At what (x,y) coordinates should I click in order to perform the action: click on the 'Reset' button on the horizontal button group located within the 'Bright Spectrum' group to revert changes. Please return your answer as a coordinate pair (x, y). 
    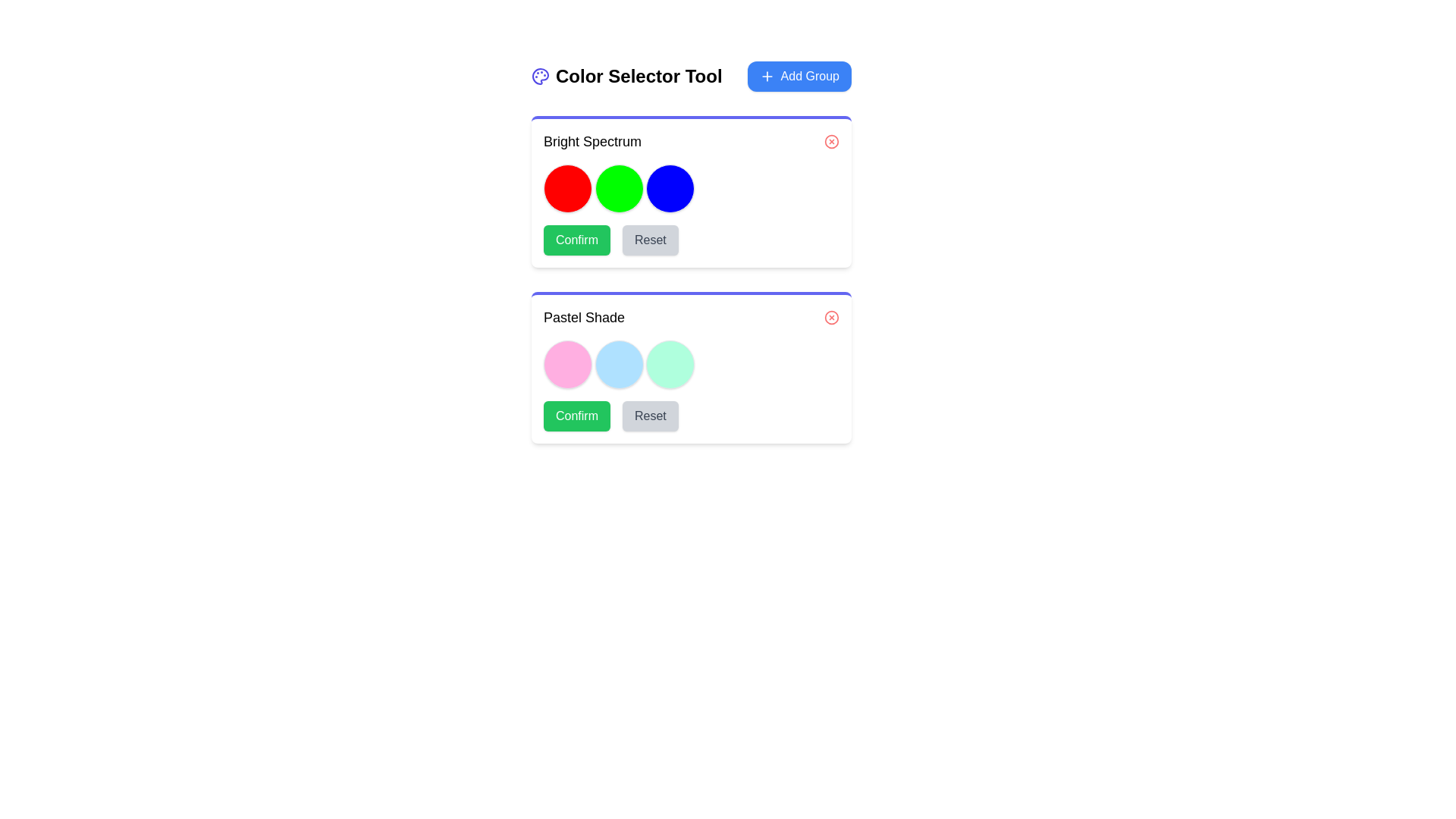
    Looking at the image, I should click on (691, 239).